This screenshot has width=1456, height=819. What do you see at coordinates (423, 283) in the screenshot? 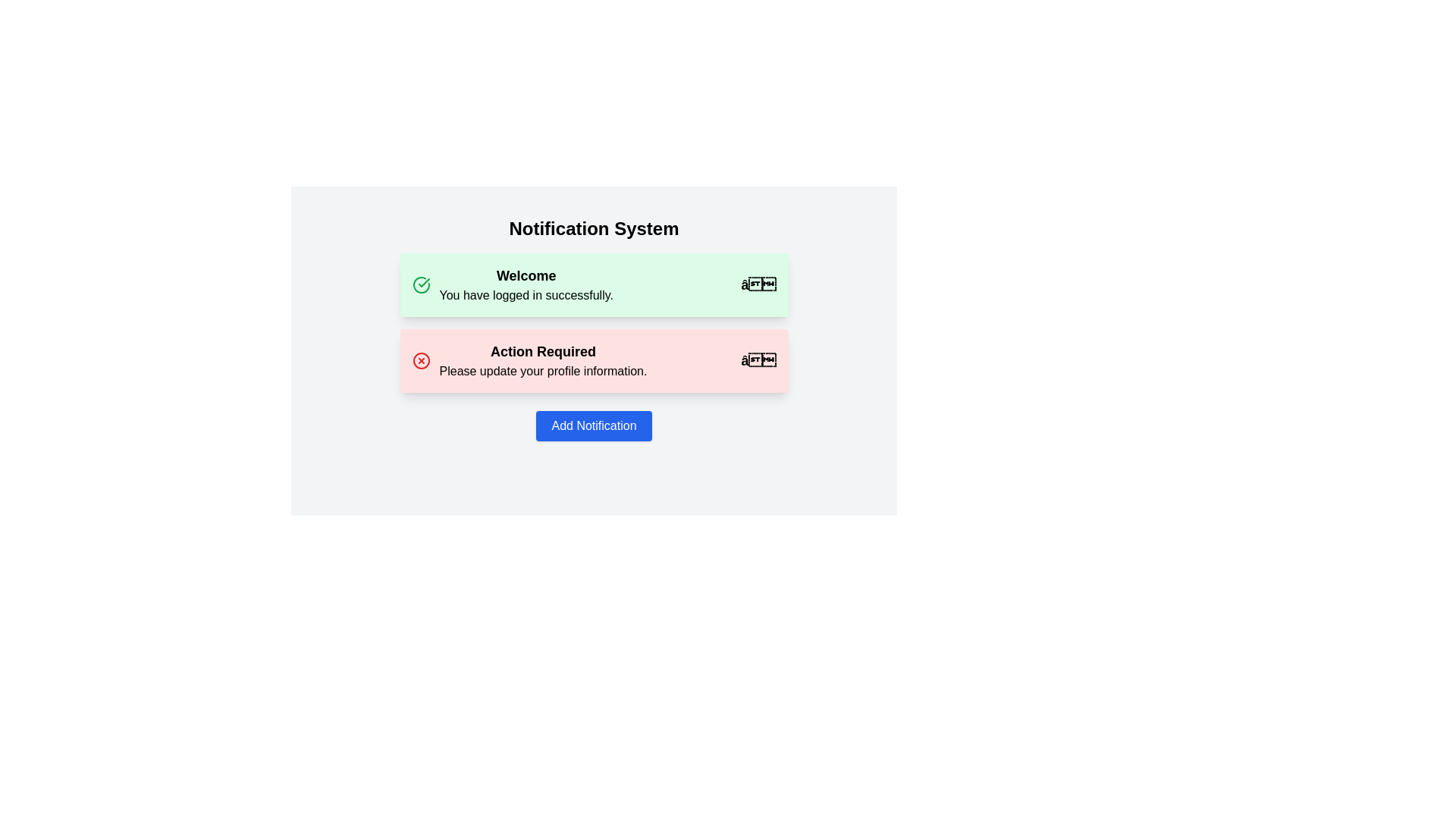
I see `the green checkmark icon located within a circular boundary on the left side of the 'Welcome' notification card` at bounding box center [423, 283].